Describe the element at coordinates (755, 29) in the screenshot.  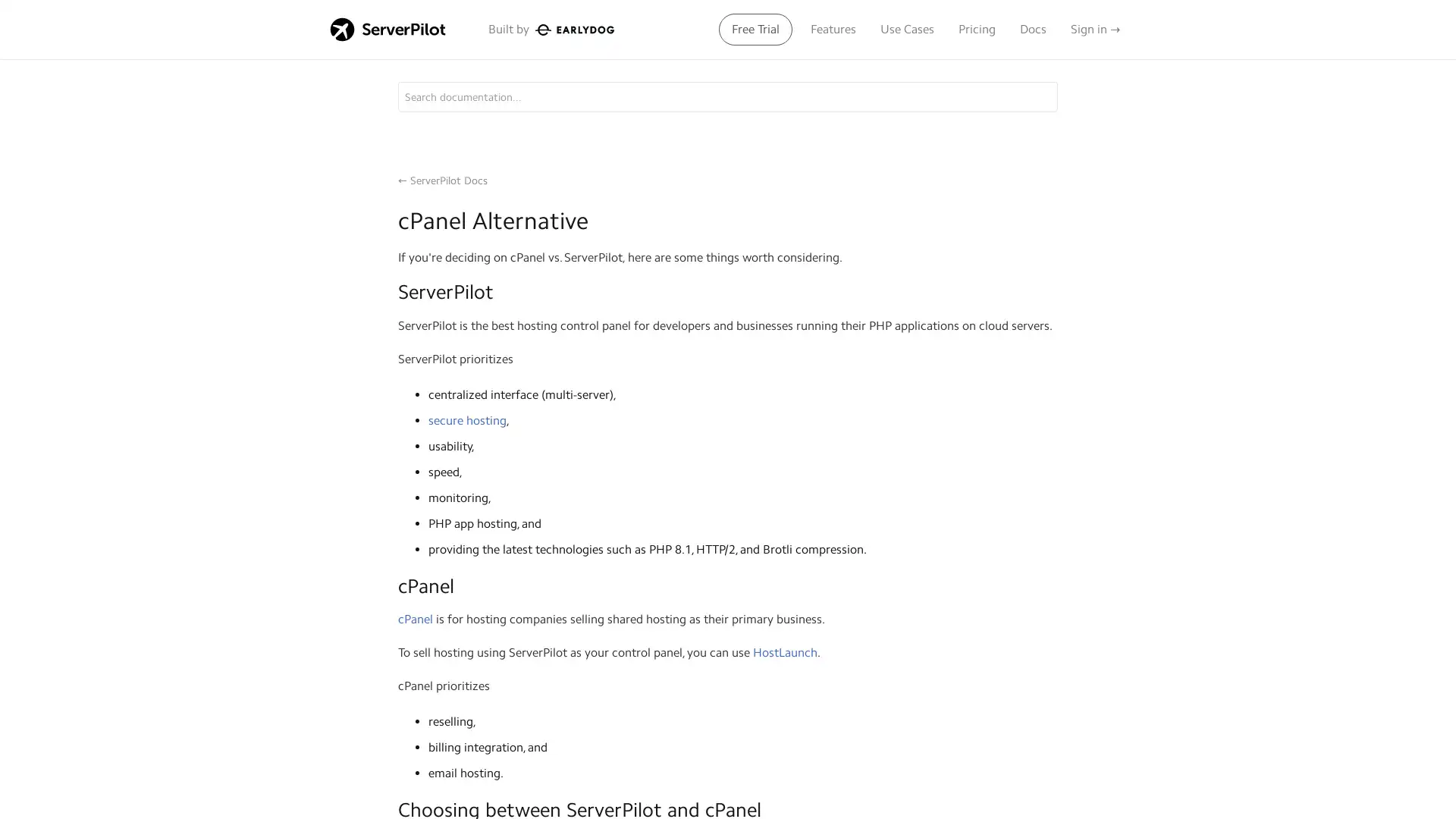
I see `Free Trial` at that location.